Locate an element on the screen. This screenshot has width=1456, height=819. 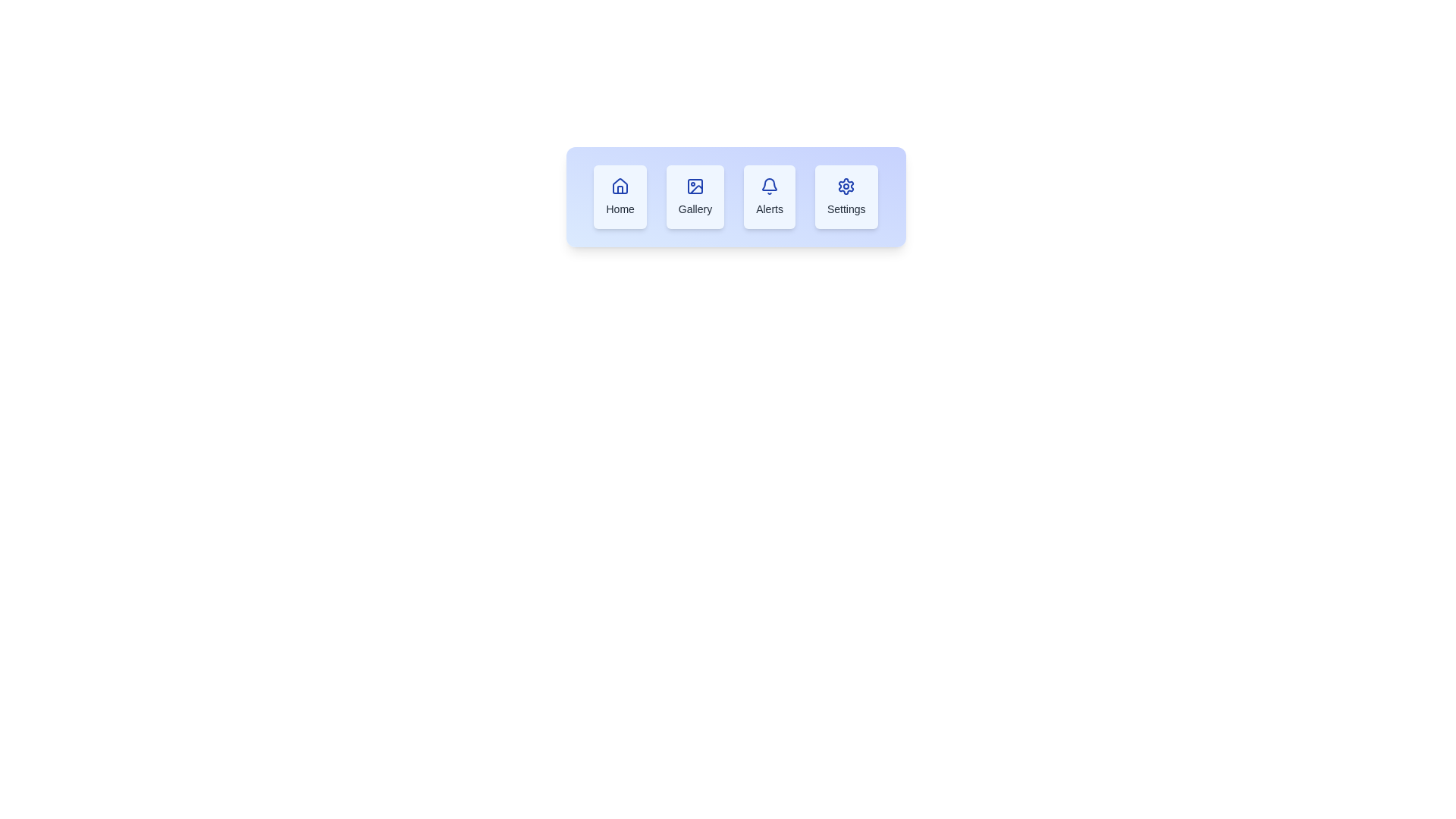
the Decorative SVG shape, which is a square with rounded corners filled with light blue and outlined in blue, located within the second icon from the left under the 'Gallery' label is located at coordinates (694, 186).